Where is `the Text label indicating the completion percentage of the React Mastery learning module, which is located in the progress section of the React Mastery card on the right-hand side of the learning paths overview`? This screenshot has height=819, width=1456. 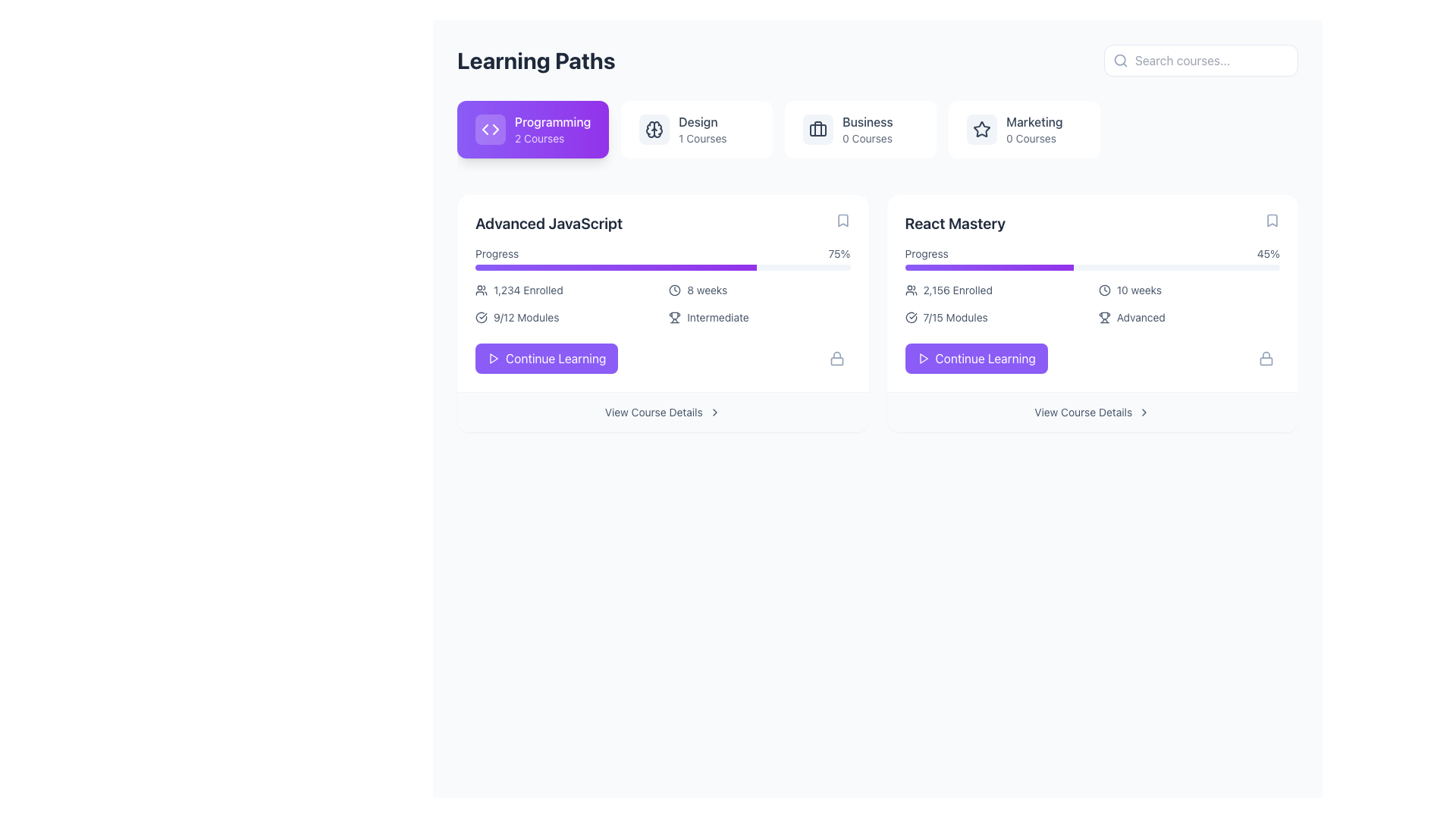
the Text label indicating the completion percentage of the React Mastery learning module, which is located in the progress section of the React Mastery card on the right-hand side of the learning paths overview is located at coordinates (1268, 253).